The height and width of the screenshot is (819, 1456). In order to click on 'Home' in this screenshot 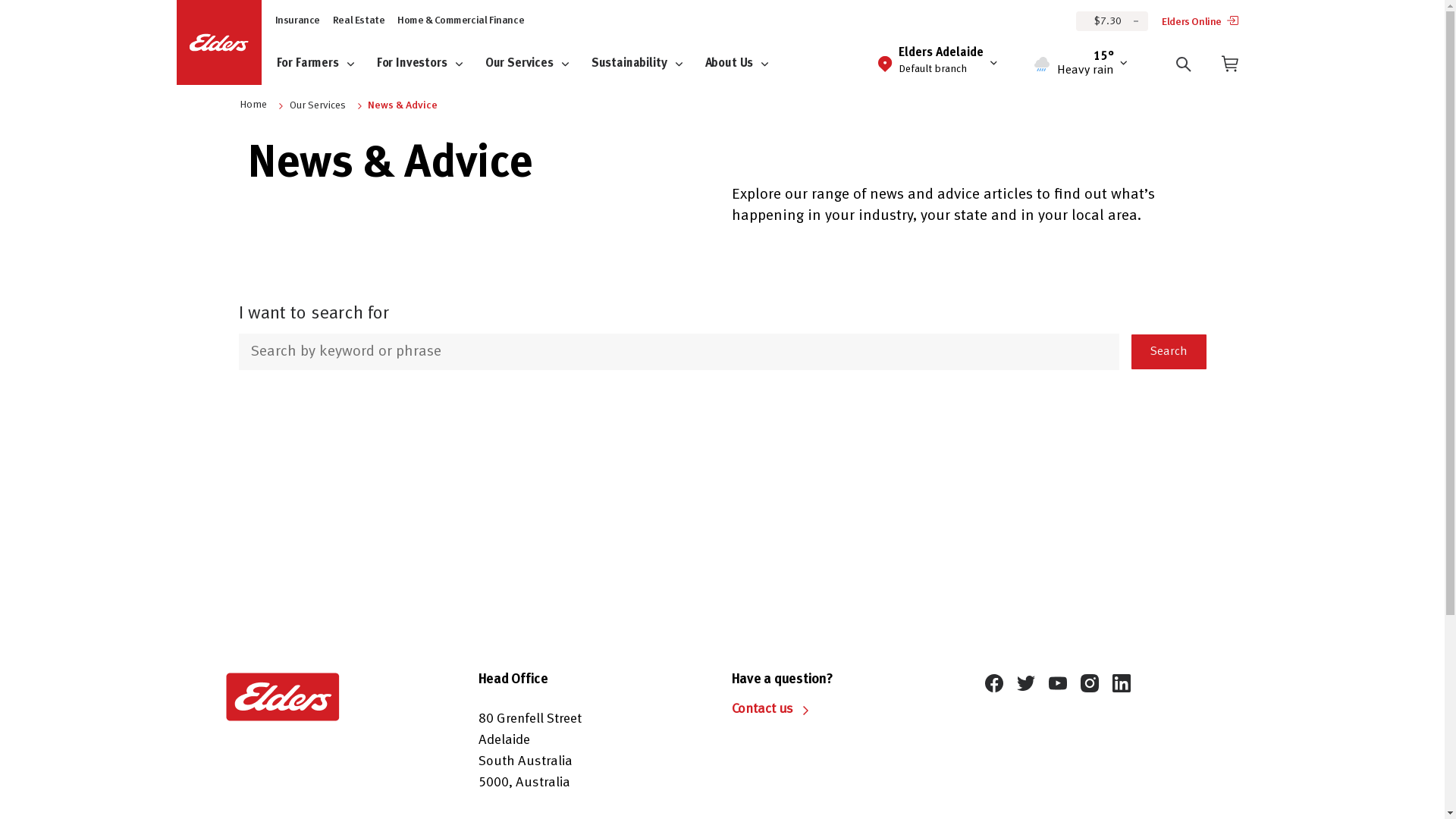, I will do `click(237, 104)`.